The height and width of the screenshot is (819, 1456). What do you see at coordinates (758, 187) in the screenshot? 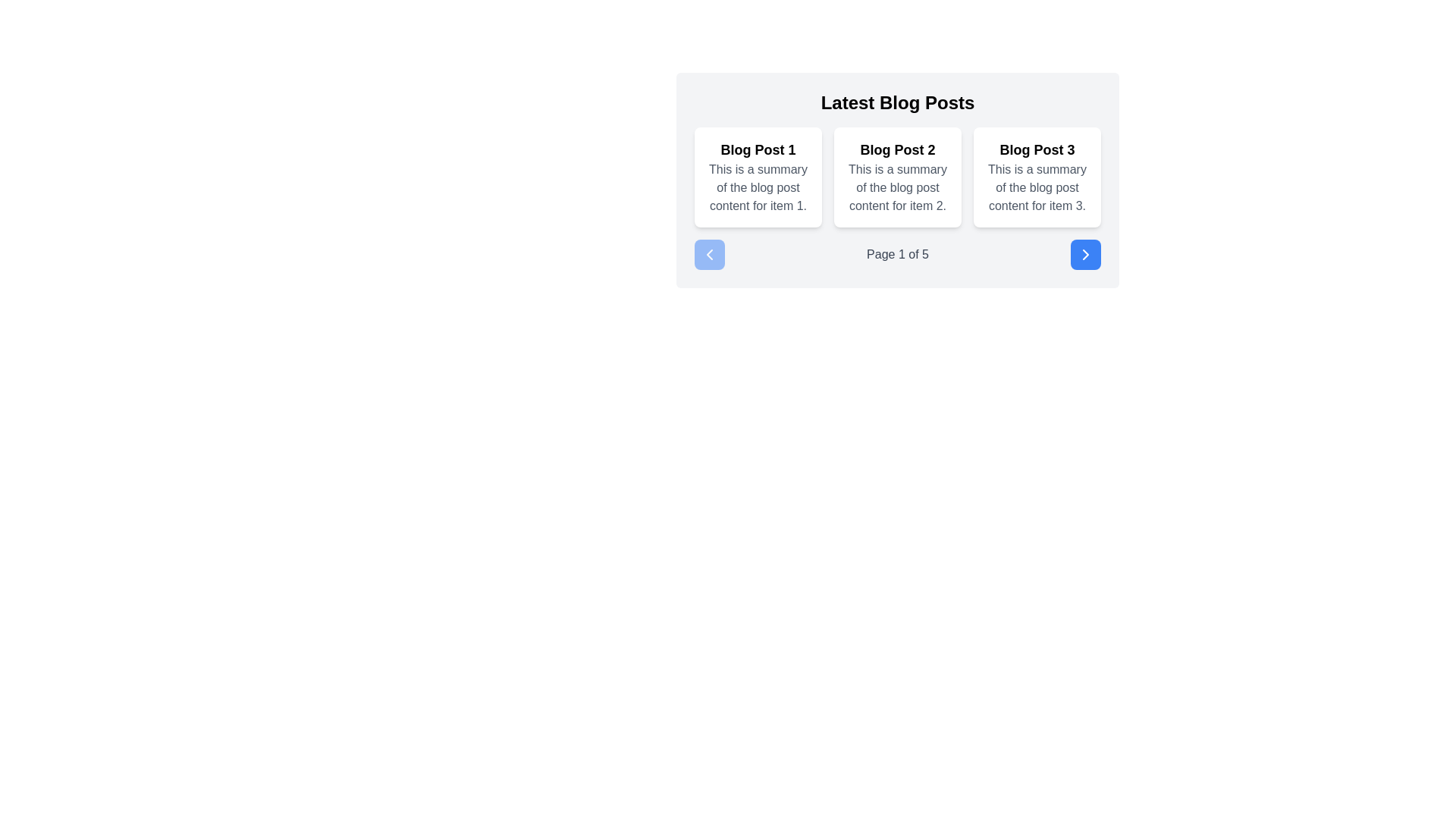
I see `the summary text label located below the title in the 'Blog Post 1' card, which provides a concise preview of the blog post's content` at bounding box center [758, 187].